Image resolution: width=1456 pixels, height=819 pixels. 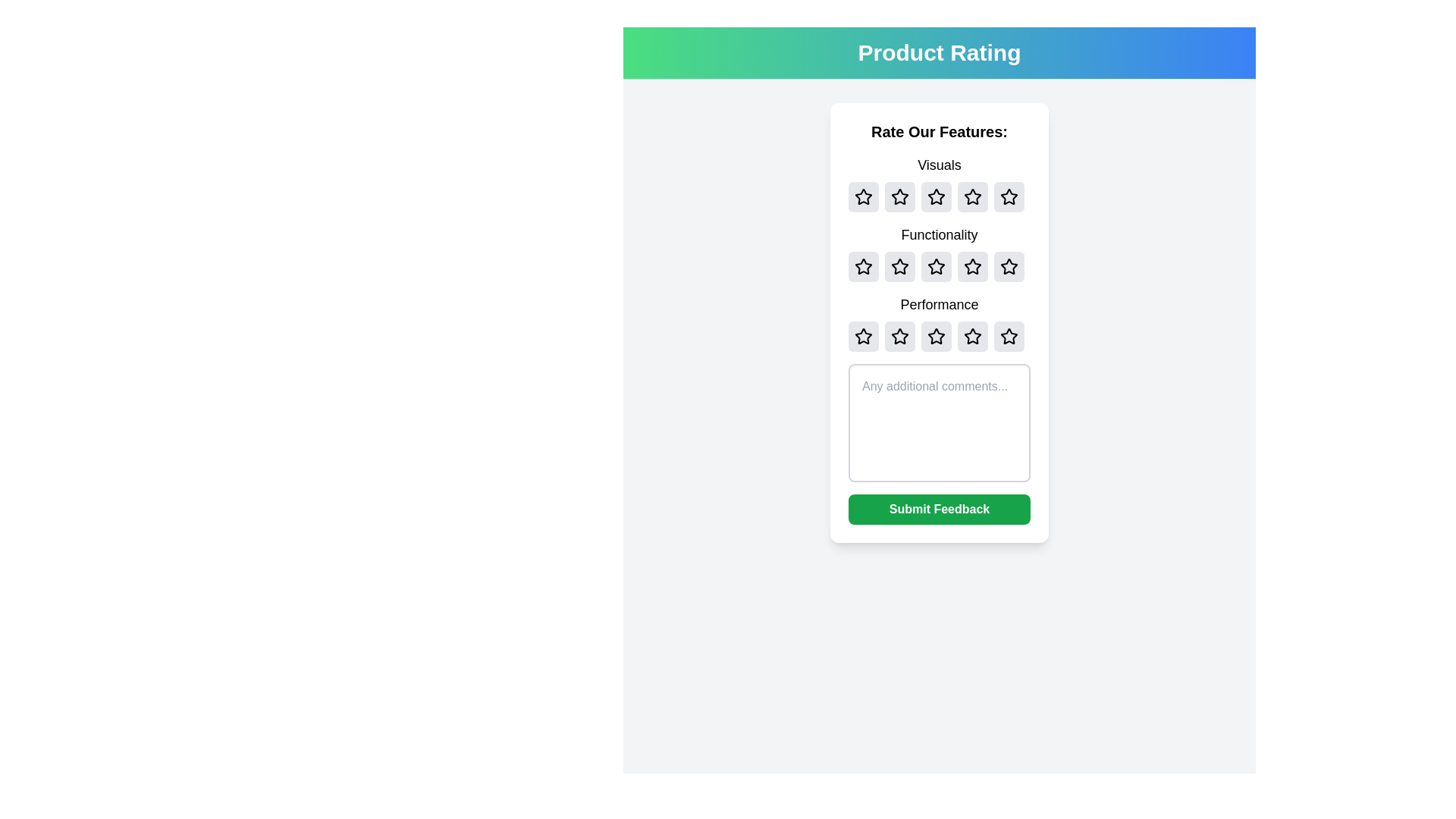 I want to click on the fifth star icon, so click(x=1009, y=265).